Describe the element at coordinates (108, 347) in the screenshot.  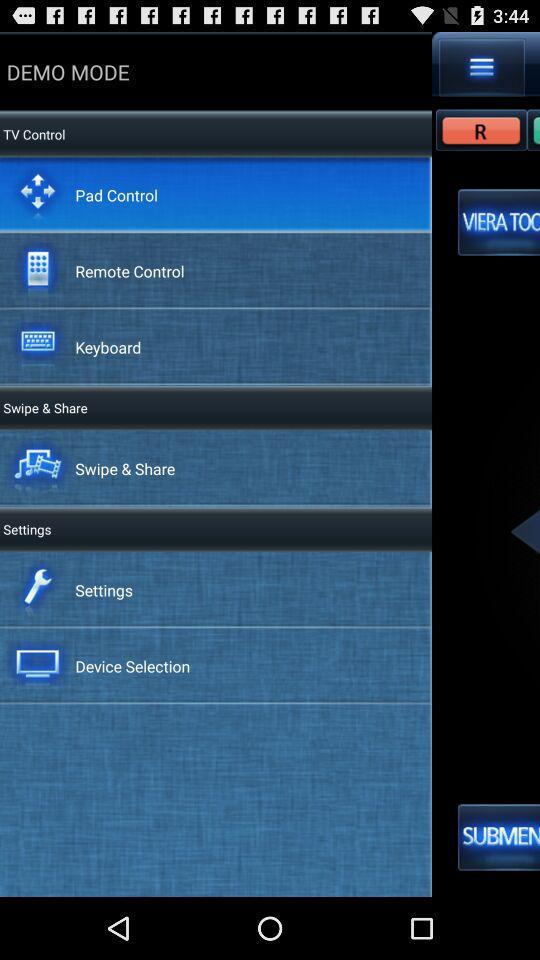
I see `the keyboard` at that location.